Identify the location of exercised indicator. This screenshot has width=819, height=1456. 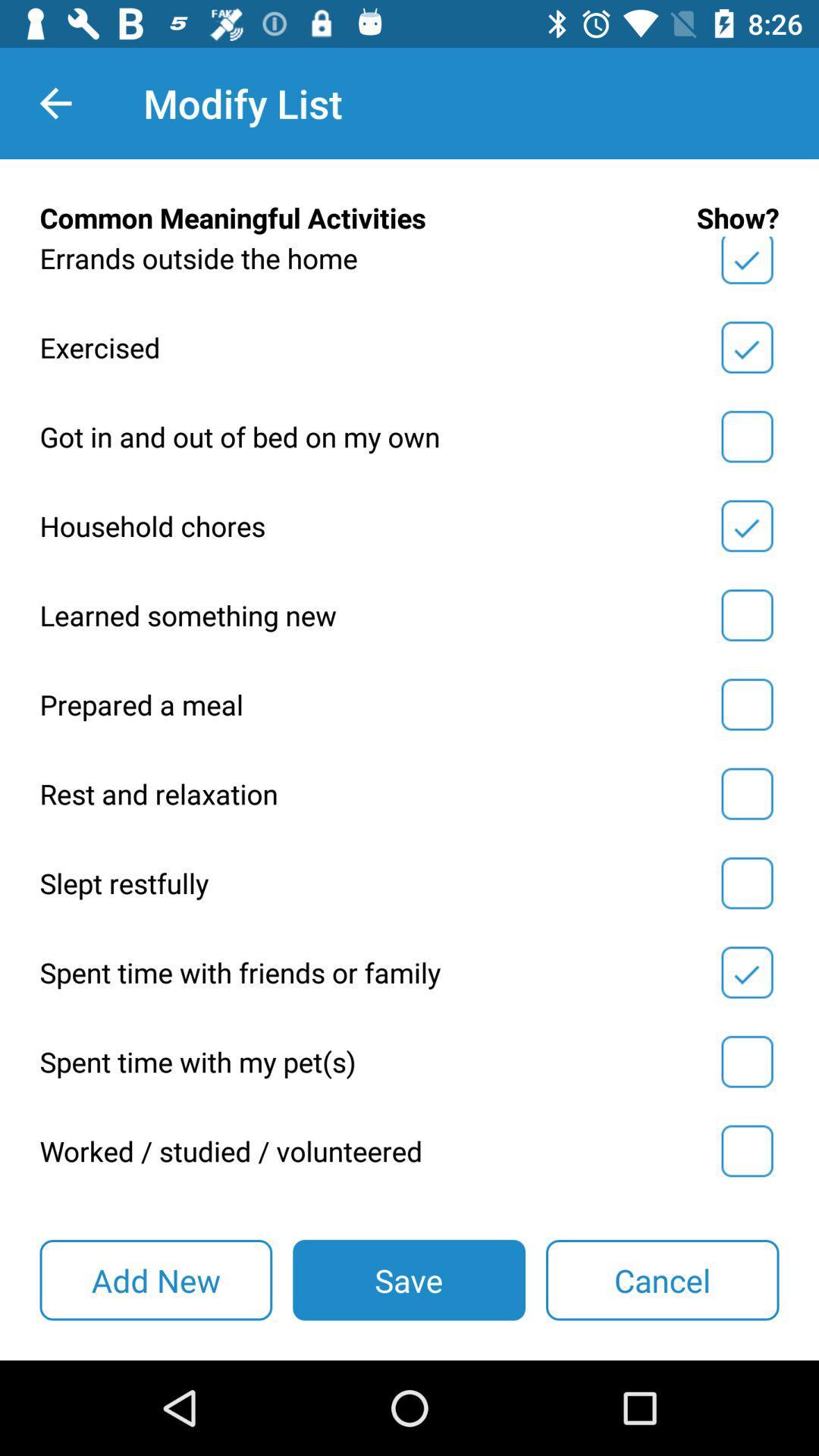
(746, 347).